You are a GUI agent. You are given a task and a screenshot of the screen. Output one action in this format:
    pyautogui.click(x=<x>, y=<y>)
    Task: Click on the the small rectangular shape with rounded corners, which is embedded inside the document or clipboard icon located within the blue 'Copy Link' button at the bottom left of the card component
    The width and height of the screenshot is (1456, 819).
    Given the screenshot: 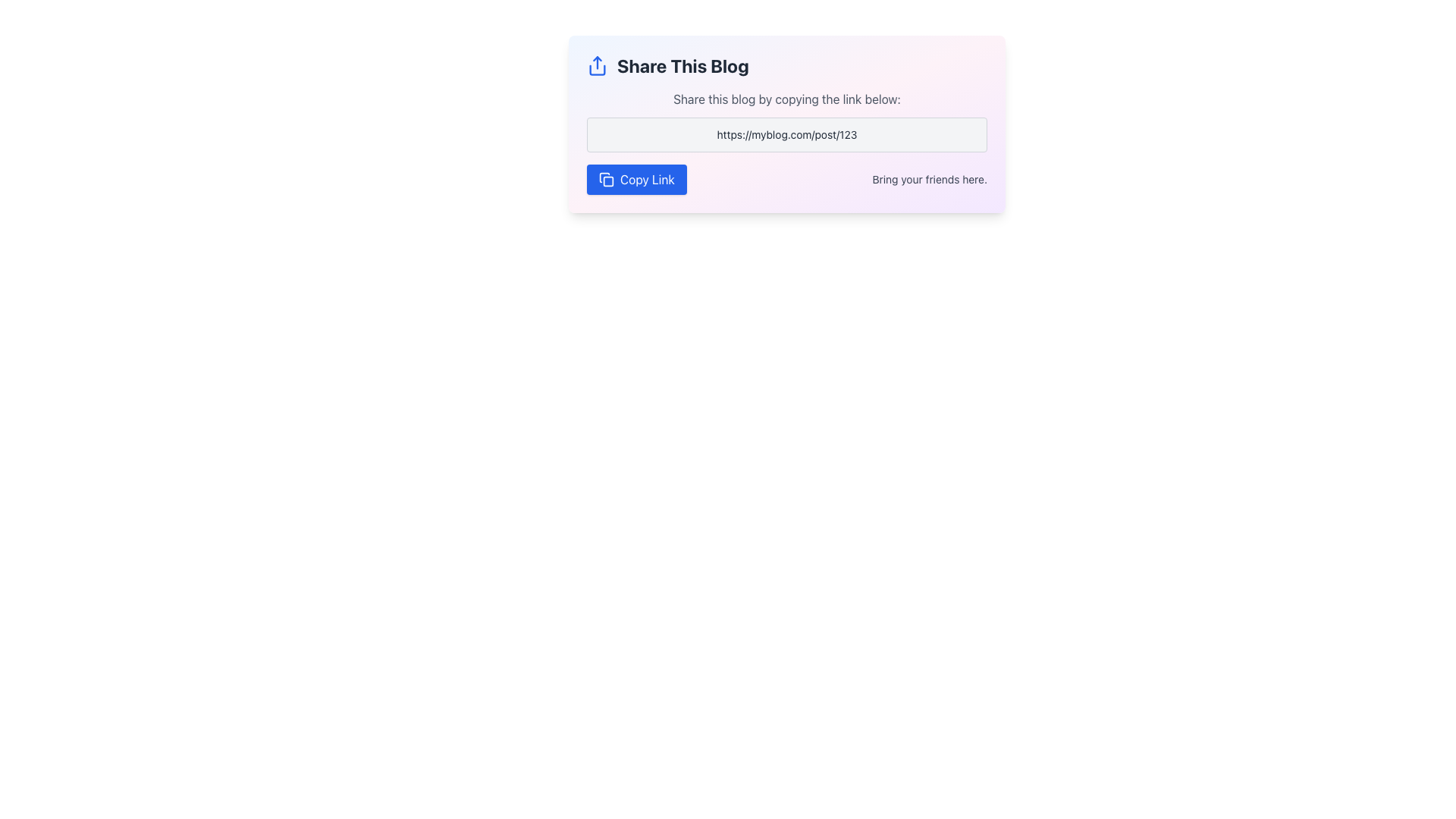 What is the action you would take?
    pyautogui.click(x=608, y=180)
    